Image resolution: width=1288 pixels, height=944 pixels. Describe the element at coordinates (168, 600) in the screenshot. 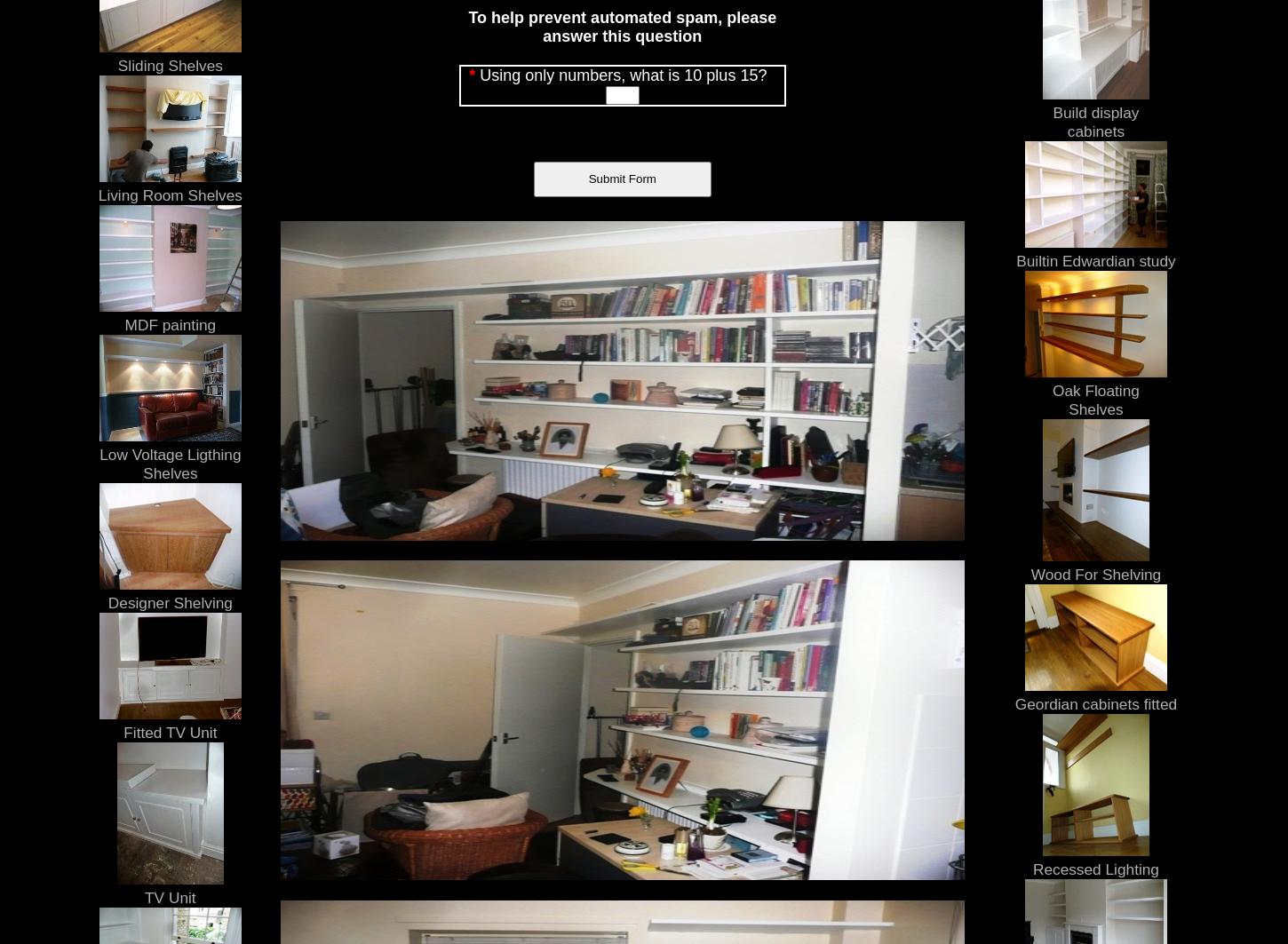

I see `'Designer Shelving'` at that location.